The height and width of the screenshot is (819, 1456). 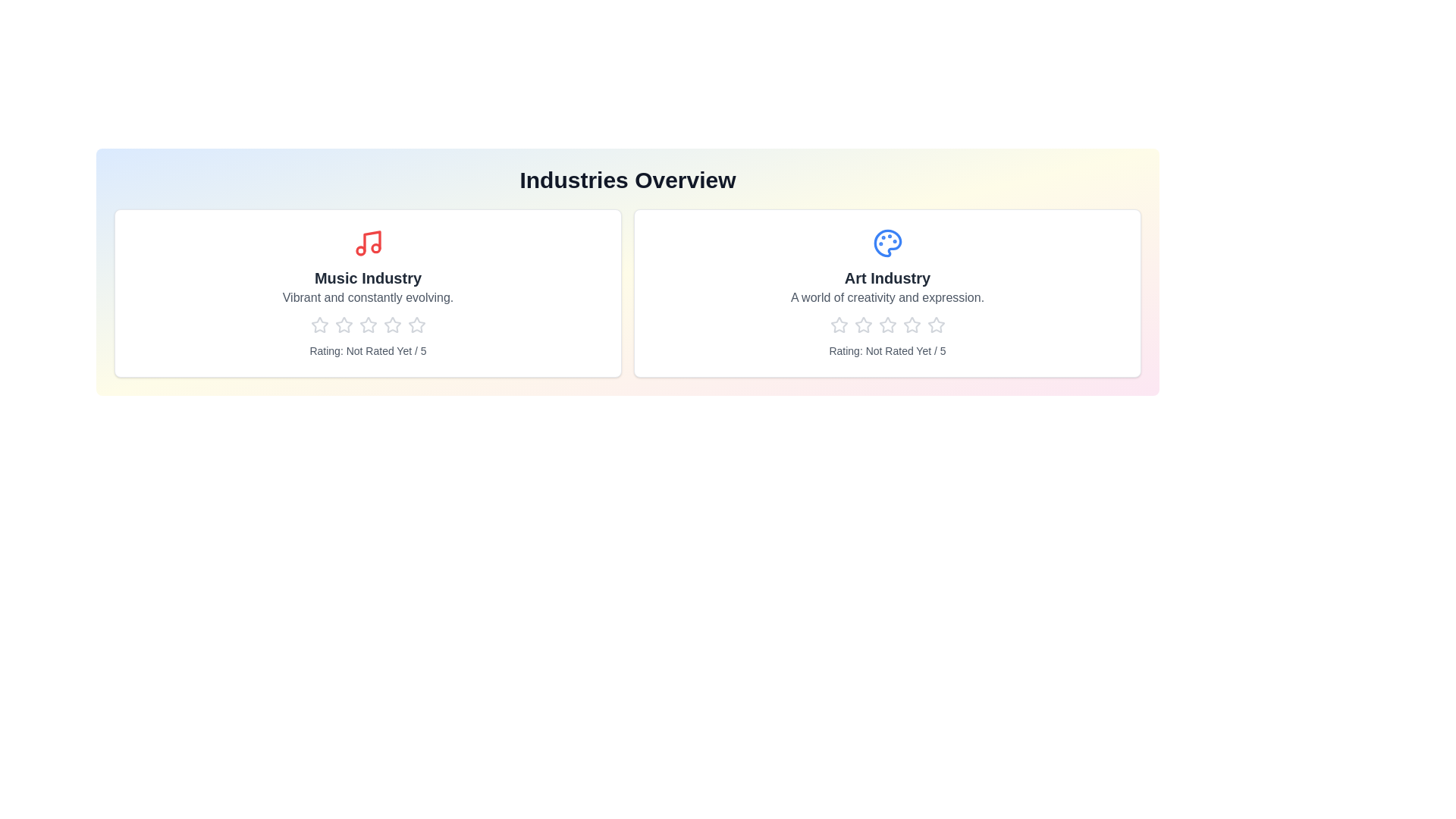 What do you see at coordinates (343, 324) in the screenshot?
I see `the star corresponding to 2 stars to preview the rating` at bounding box center [343, 324].